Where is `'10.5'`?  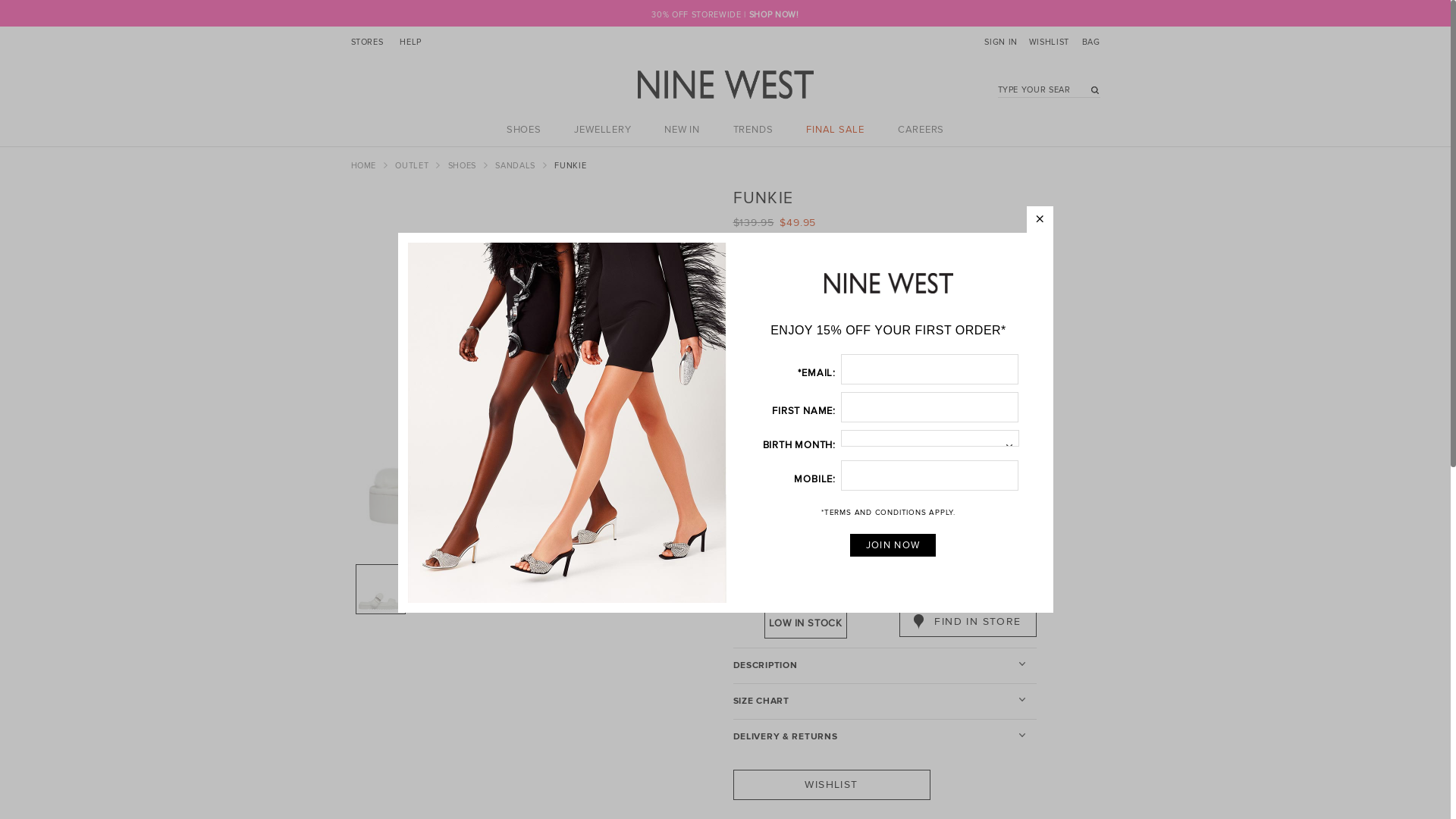
'10.5' is located at coordinates (978, 397).